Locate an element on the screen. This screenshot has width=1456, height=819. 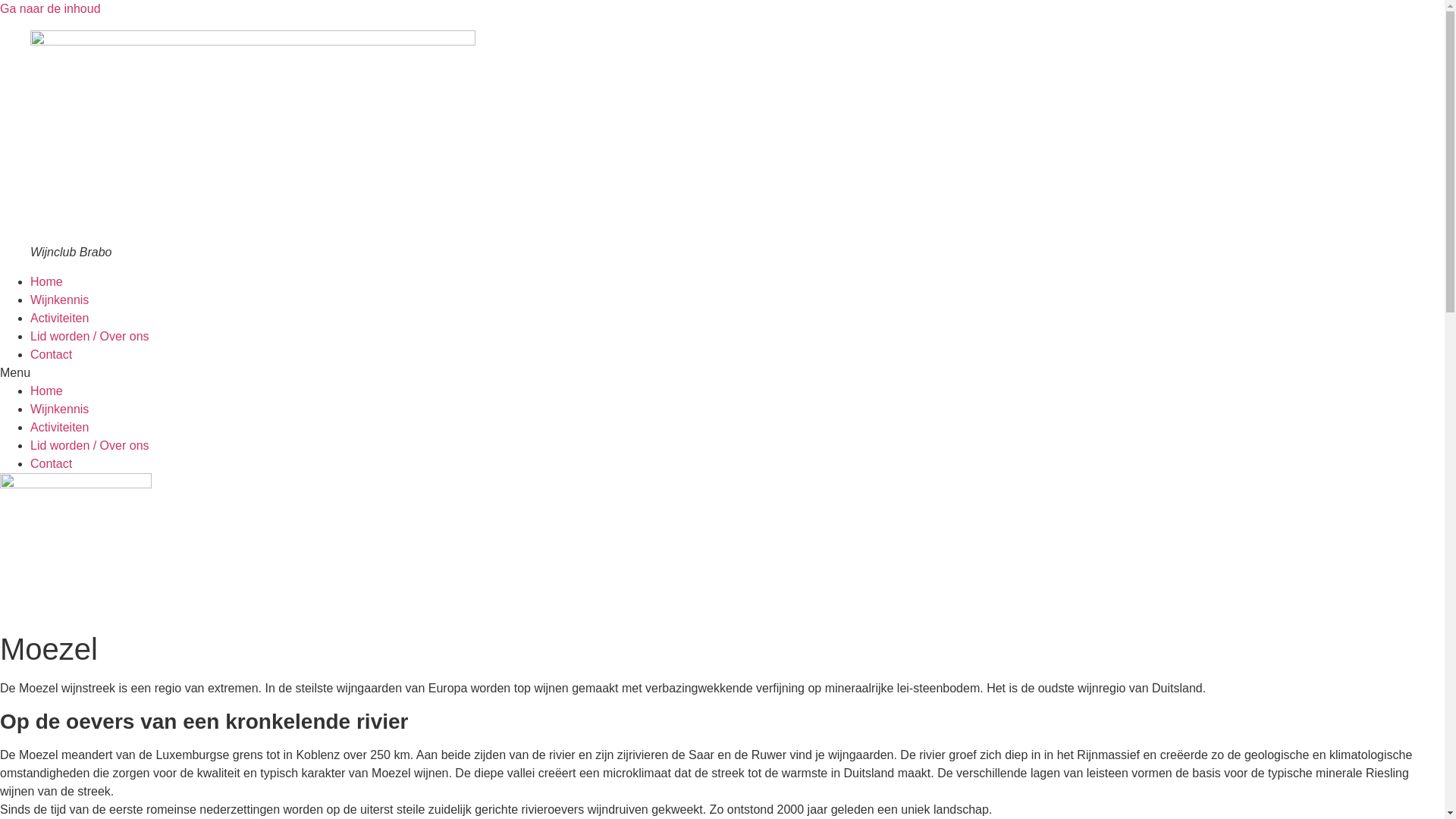
'Home' is located at coordinates (46, 281).